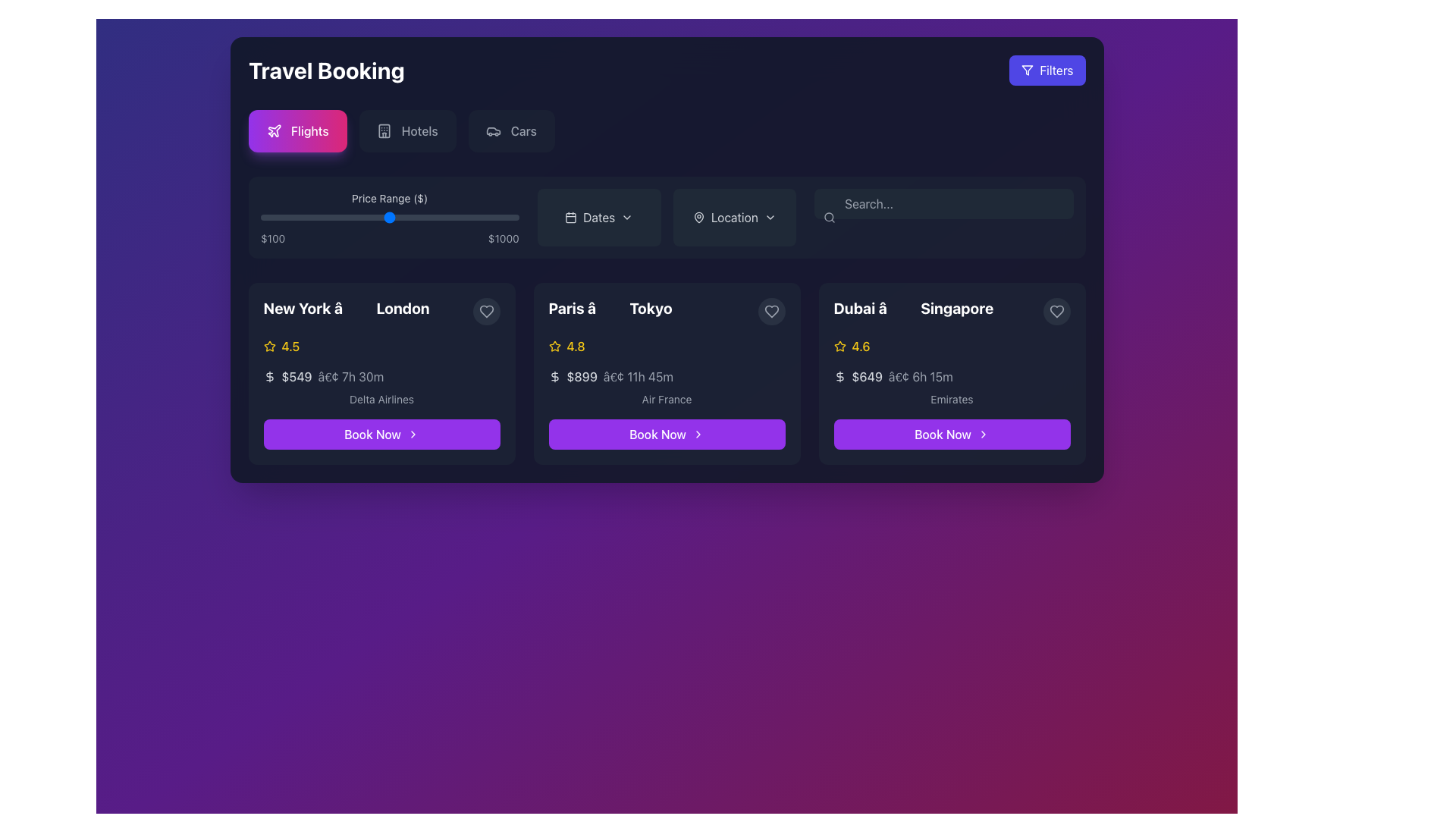 This screenshot has width=1456, height=819. Describe the element at coordinates (362, 217) in the screenshot. I see `the price range` at that location.